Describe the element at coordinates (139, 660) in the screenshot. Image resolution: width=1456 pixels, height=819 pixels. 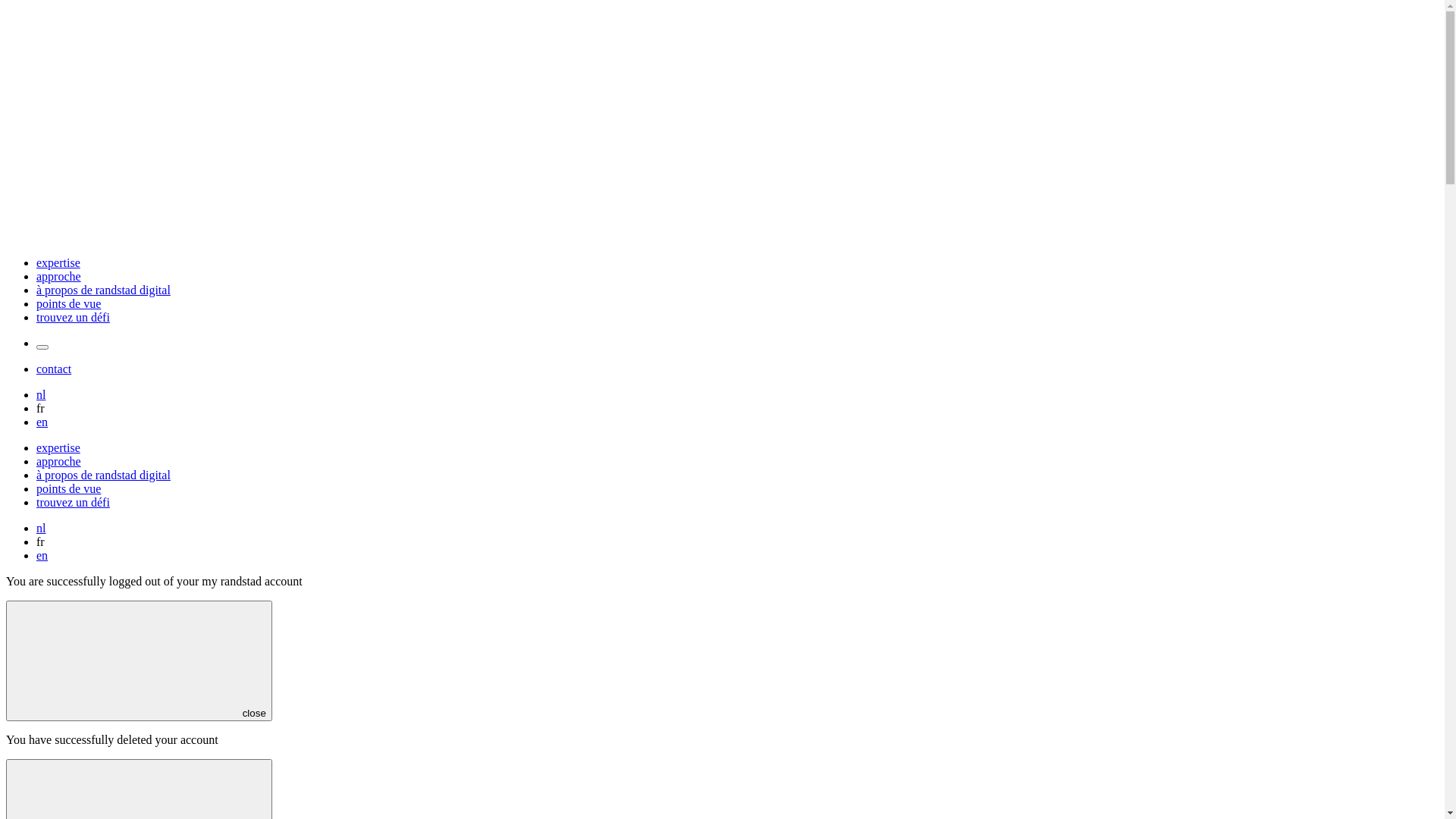
I see `'close'` at that location.